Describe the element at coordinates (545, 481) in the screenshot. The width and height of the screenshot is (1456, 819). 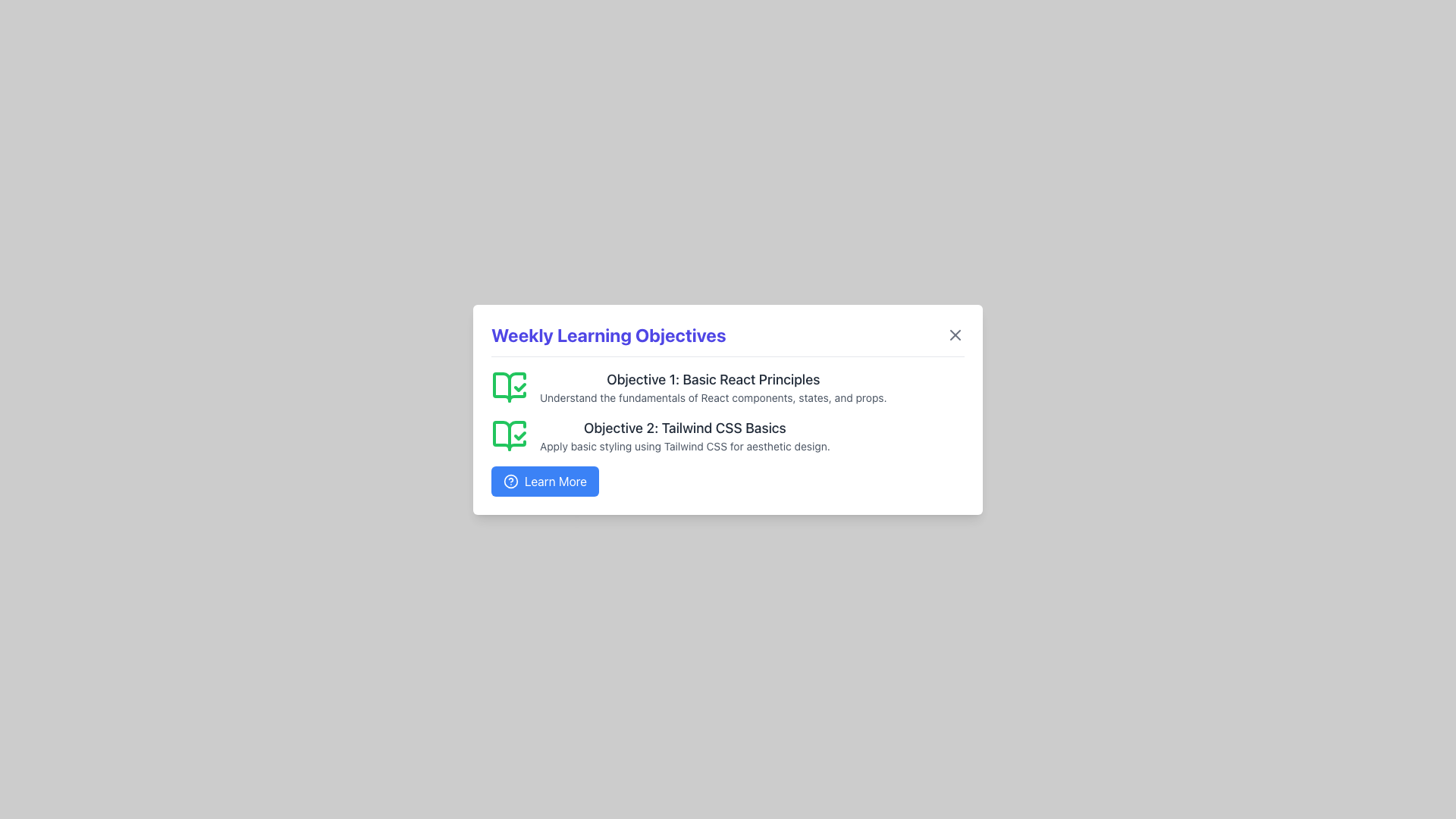
I see `the 'Learn More' button with a blue background and a question mark icon` at that location.